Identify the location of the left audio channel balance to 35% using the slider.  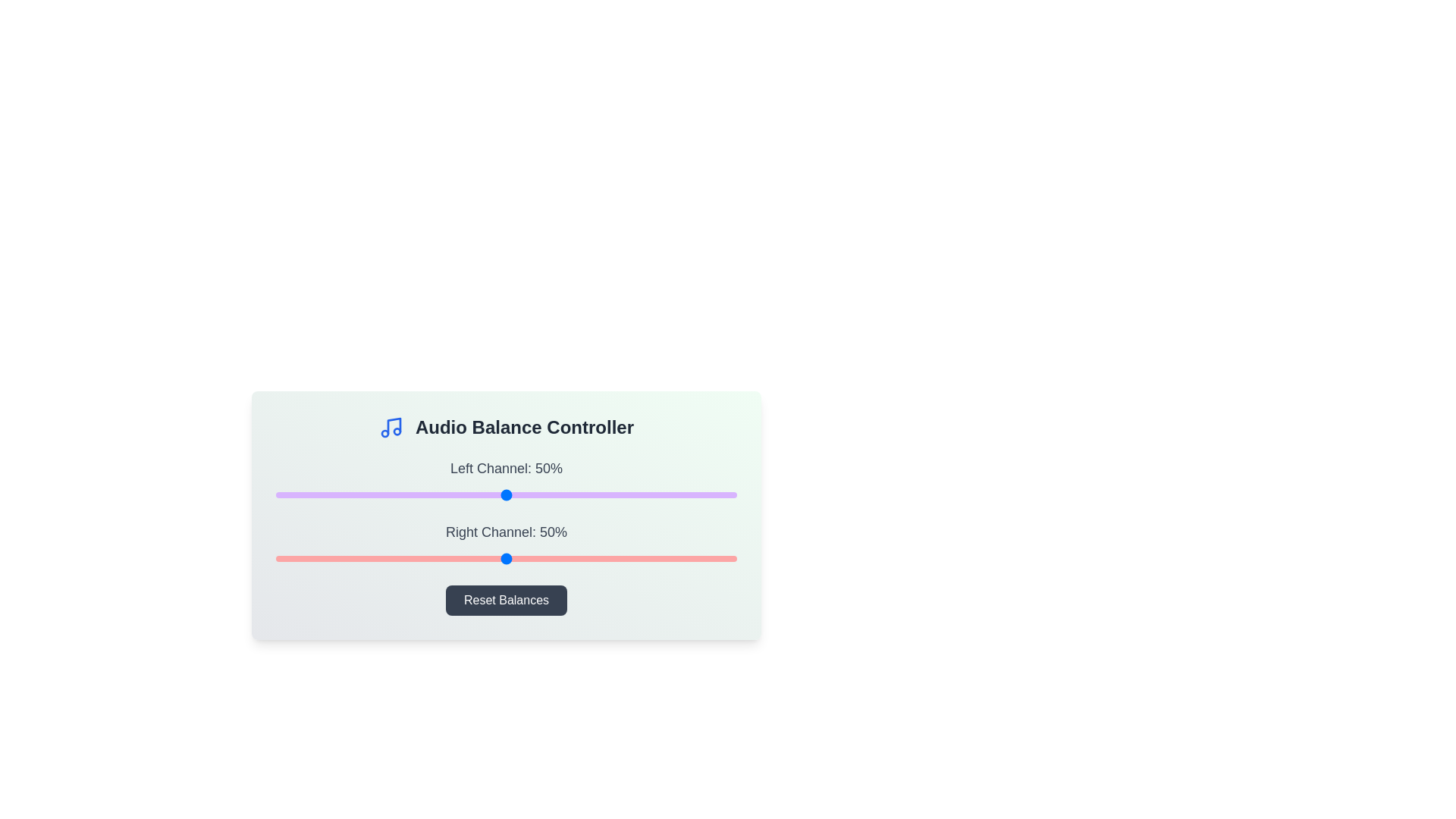
(436, 494).